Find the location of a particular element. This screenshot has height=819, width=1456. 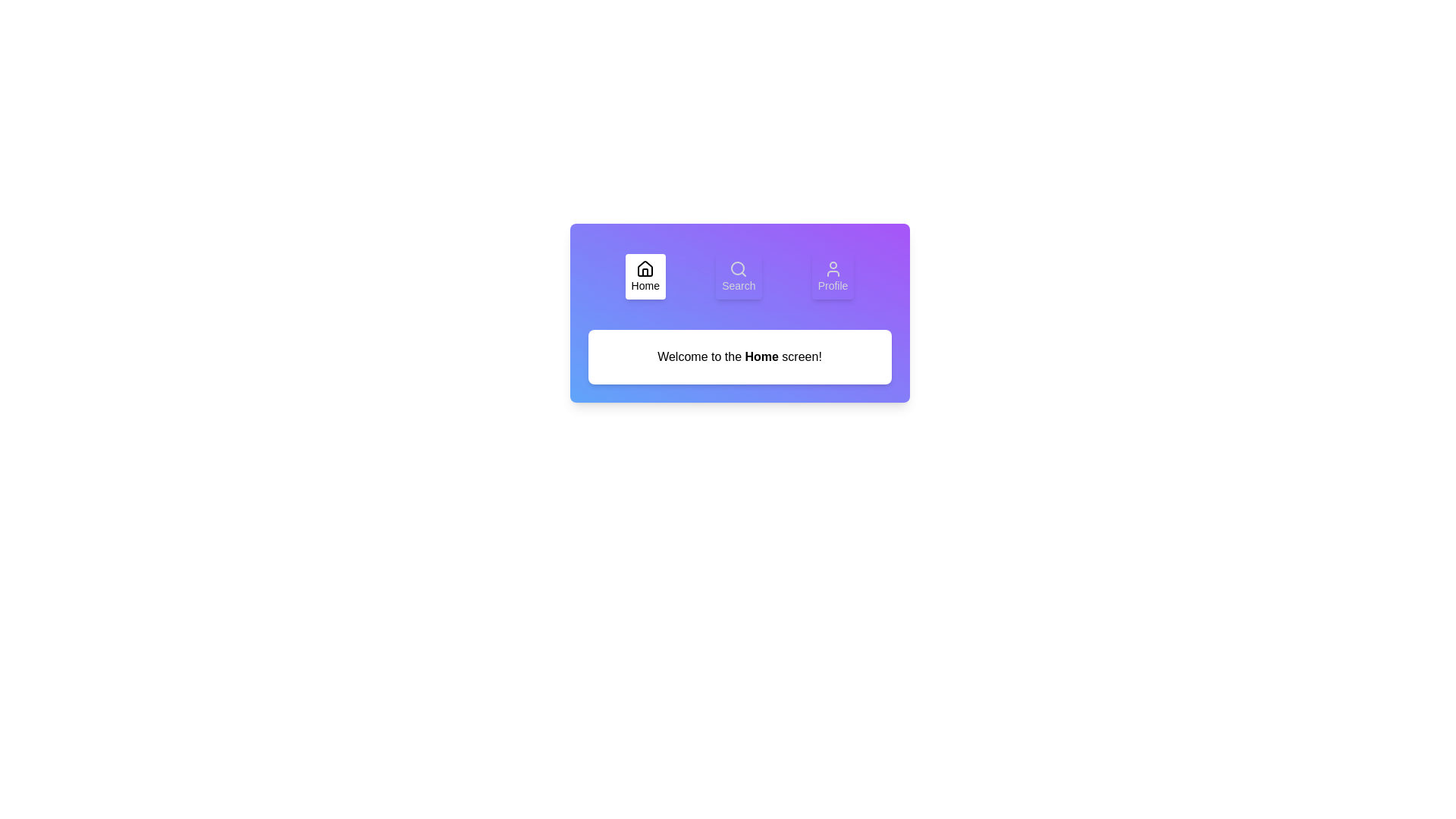

the search icon (magnifying glass) located at the center of the 'Search' button is located at coordinates (739, 268).